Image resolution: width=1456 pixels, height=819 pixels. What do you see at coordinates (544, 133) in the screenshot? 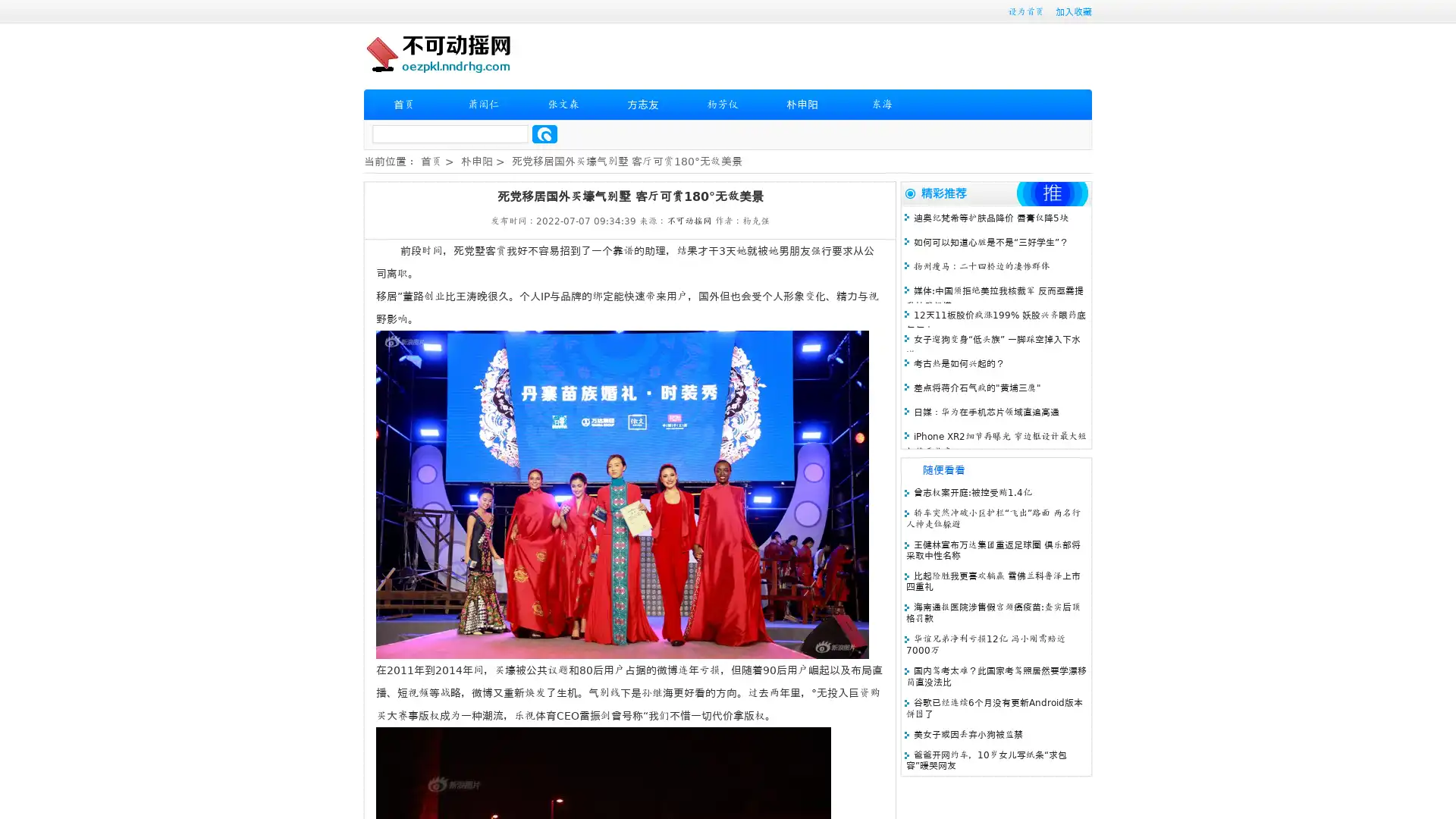
I see `Search` at bounding box center [544, 133].